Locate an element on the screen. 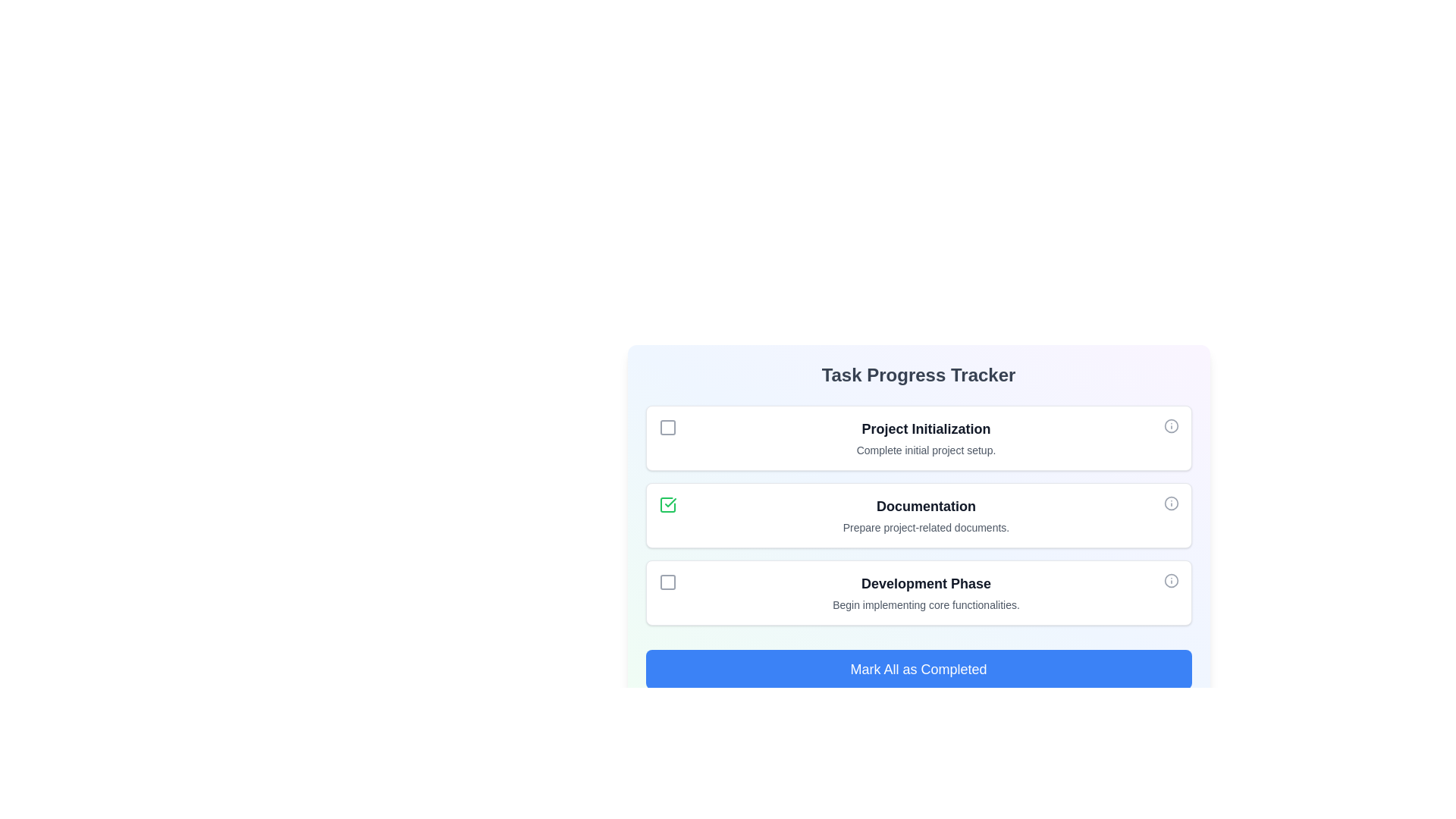 This screenshot has width=1456, height=819. the 'info' icon component related to the 'Development Phase' task to observe its additional context or information is located at coordinates (1170, 580).